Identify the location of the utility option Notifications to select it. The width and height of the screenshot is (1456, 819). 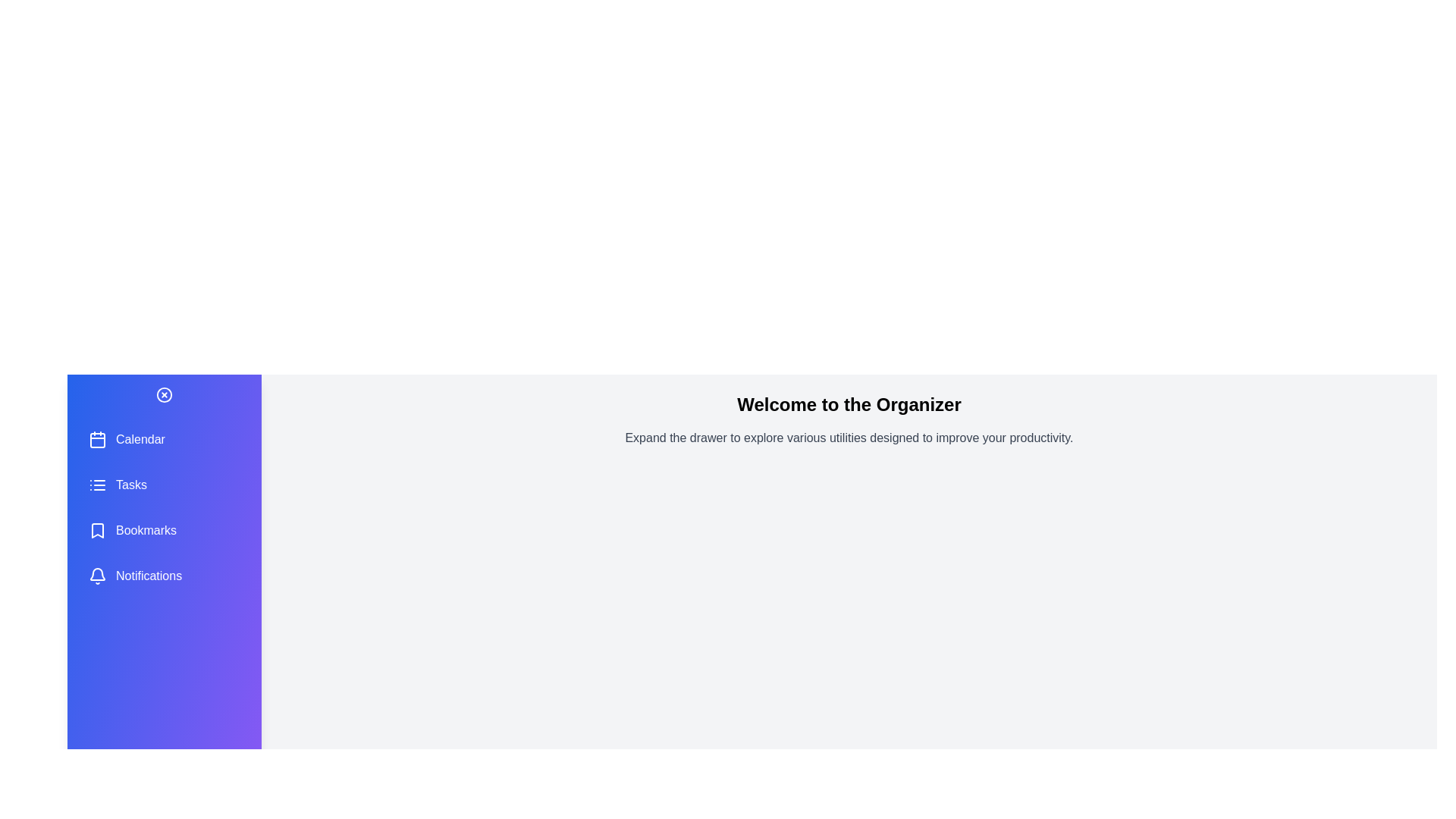
(164, 576).